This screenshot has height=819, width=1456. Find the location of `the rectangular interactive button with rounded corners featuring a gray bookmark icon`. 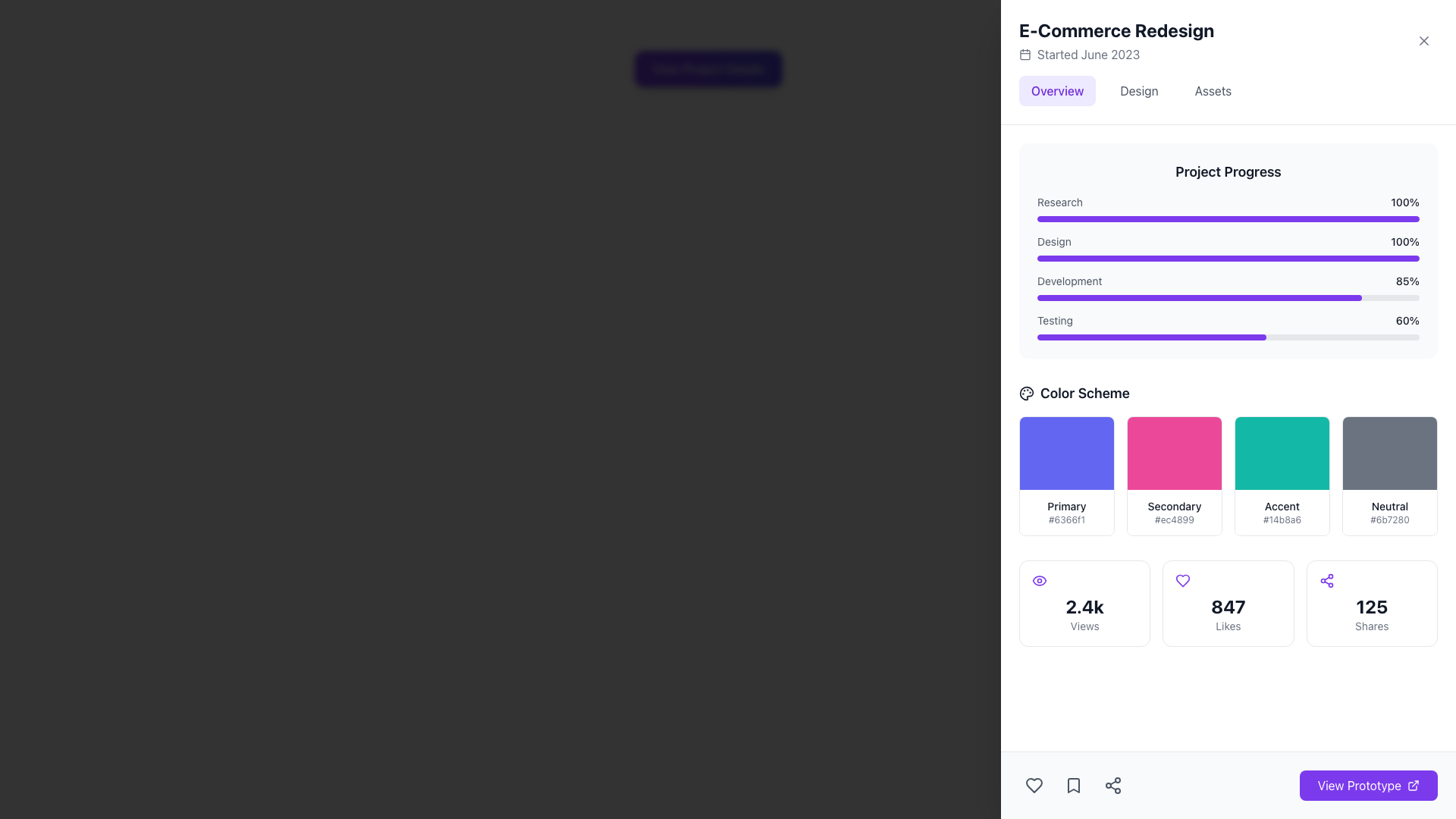

the rectangular interactive button with rounded corners featuring a gray bookmark icon is located at coordinates (1073, 785).